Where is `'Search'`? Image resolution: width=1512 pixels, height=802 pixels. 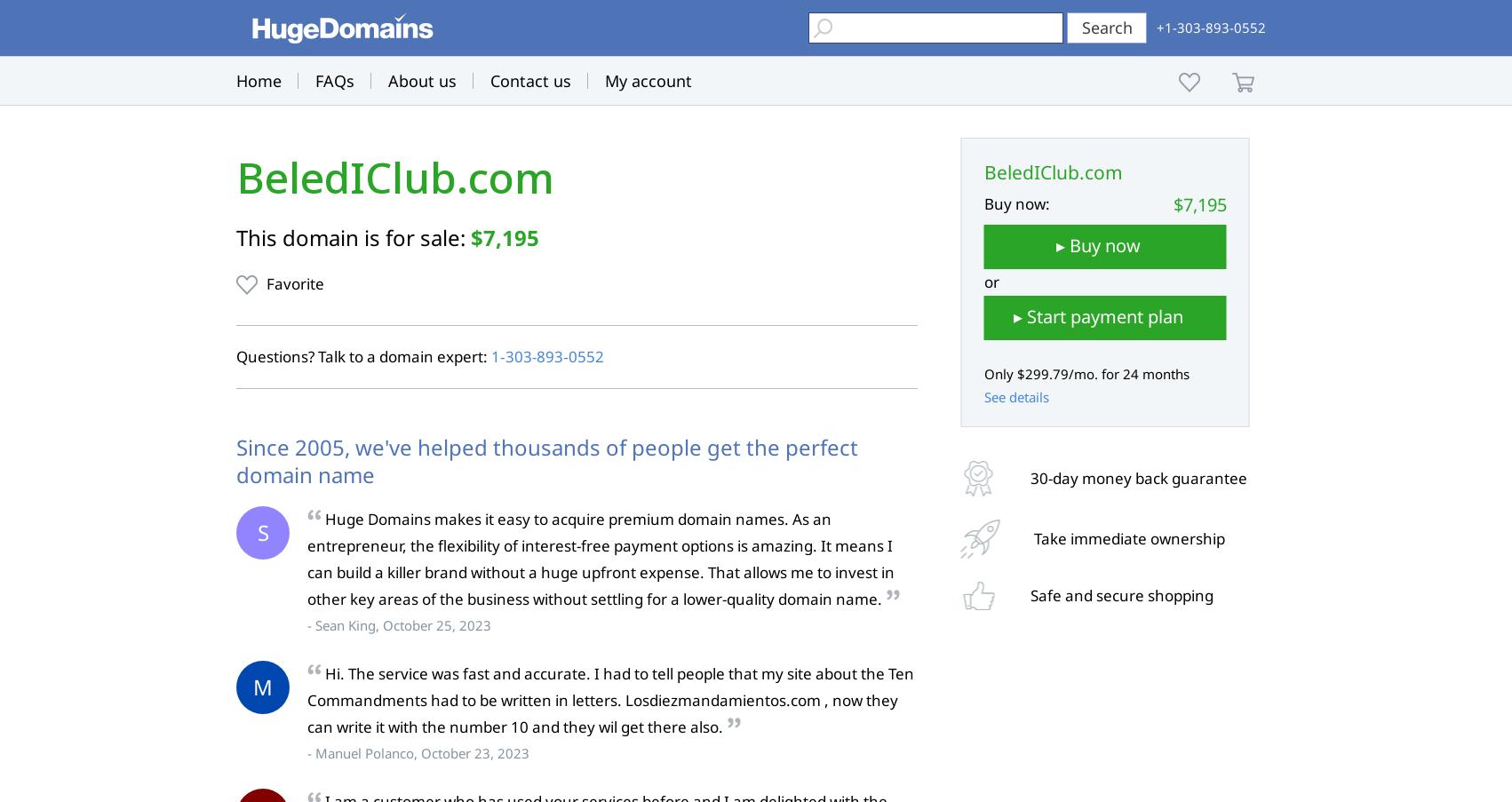
'Search' is located at coordinates (1080, 26).